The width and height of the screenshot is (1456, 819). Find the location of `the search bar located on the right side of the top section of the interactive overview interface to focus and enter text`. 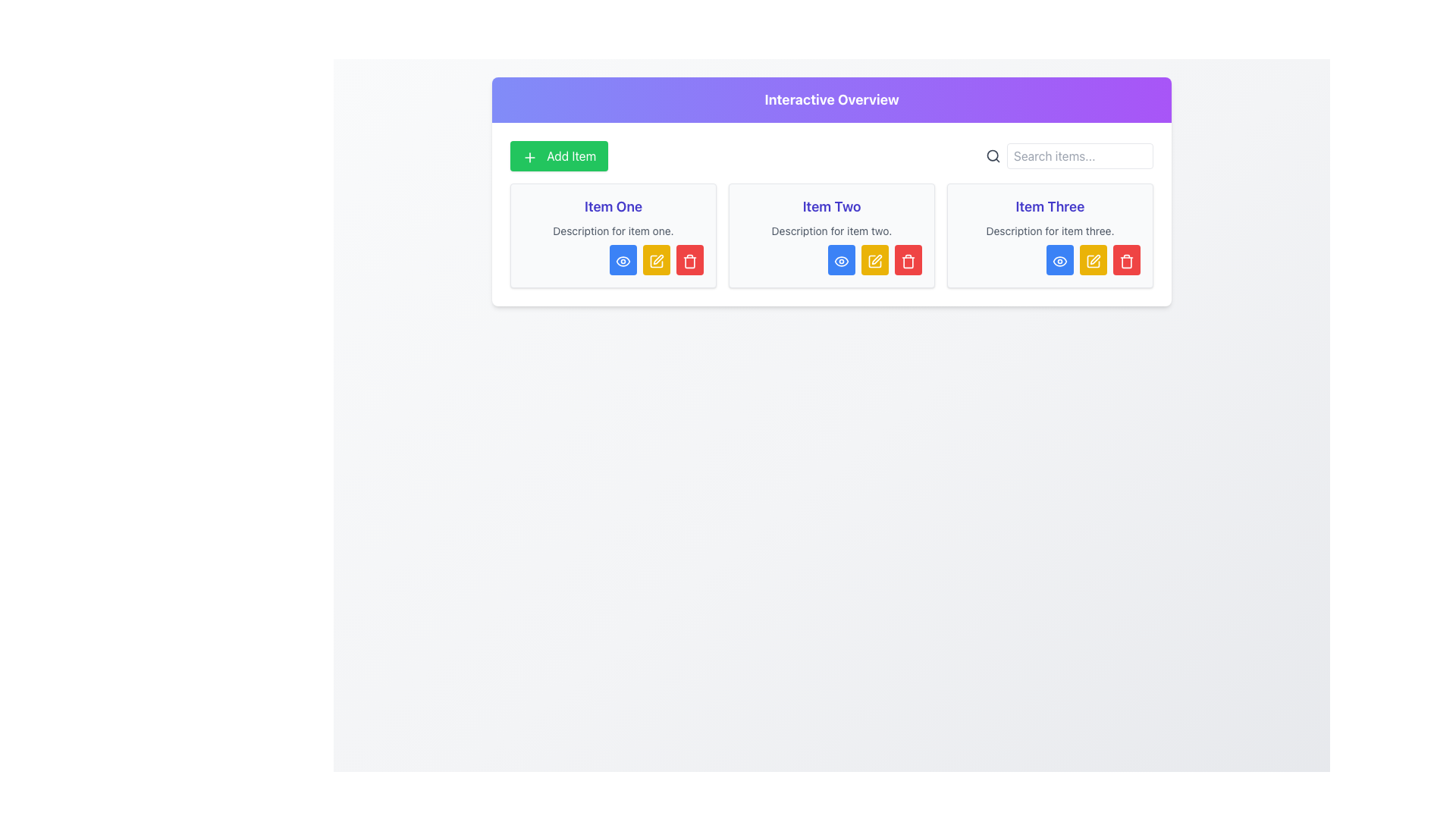

the search bar located on the right side of the top section of the interactive overview interface to focus and enter text is located at coordinates (1068, 155).